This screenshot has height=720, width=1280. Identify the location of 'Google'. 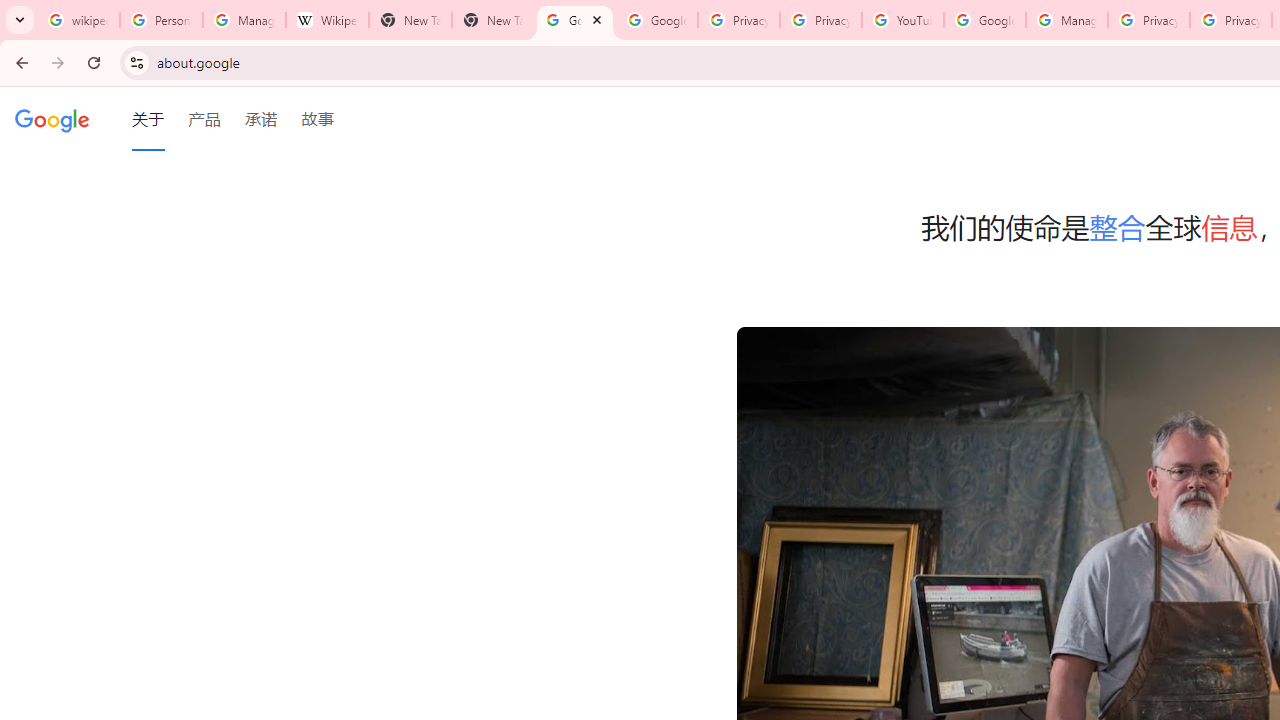
(52, 119).